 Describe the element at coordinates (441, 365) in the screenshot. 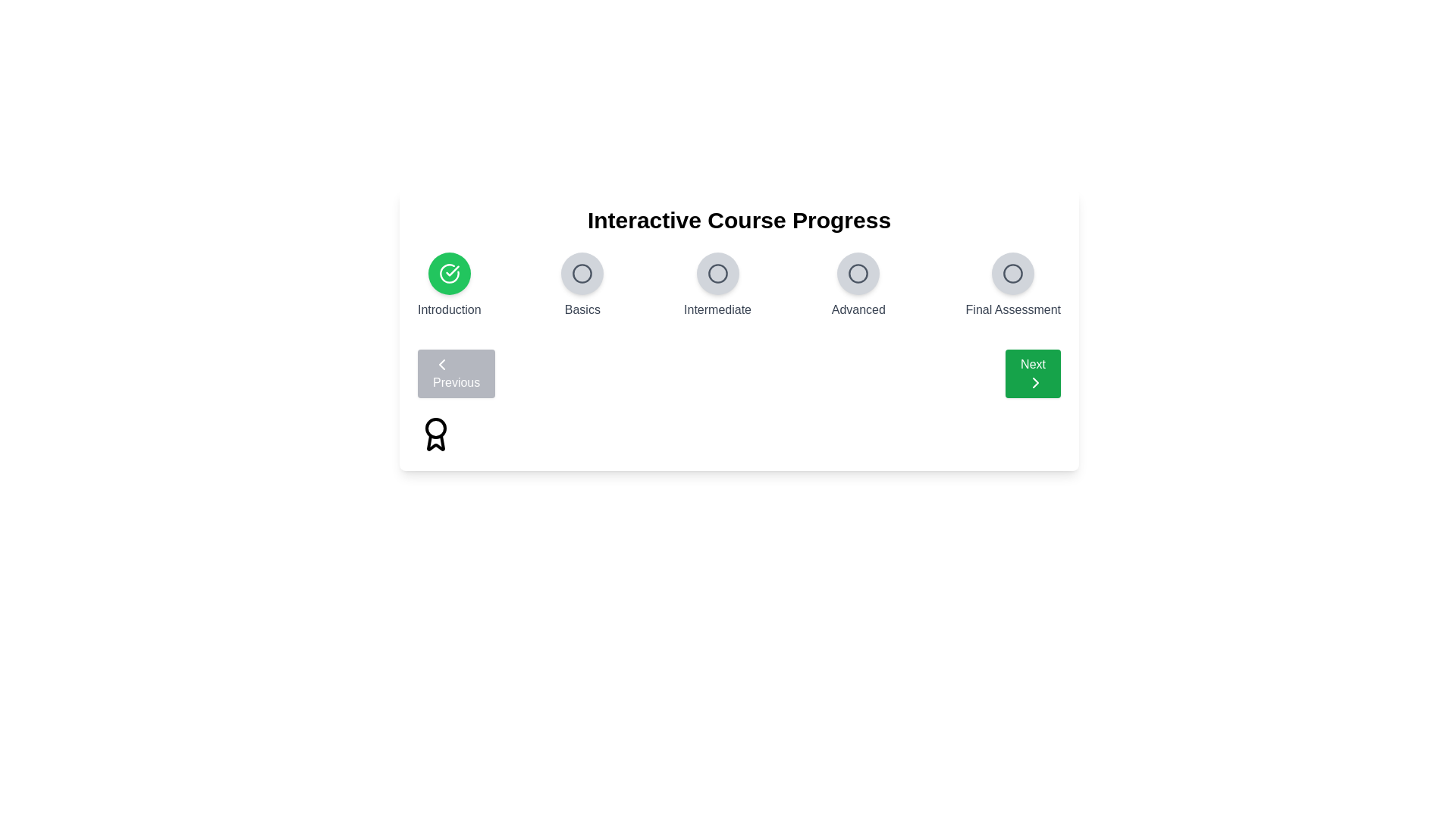

I see `the leftwards-pointing chevron icon within the gray 'Previous' button, which is located on the bottom left area of the interface` at that location.